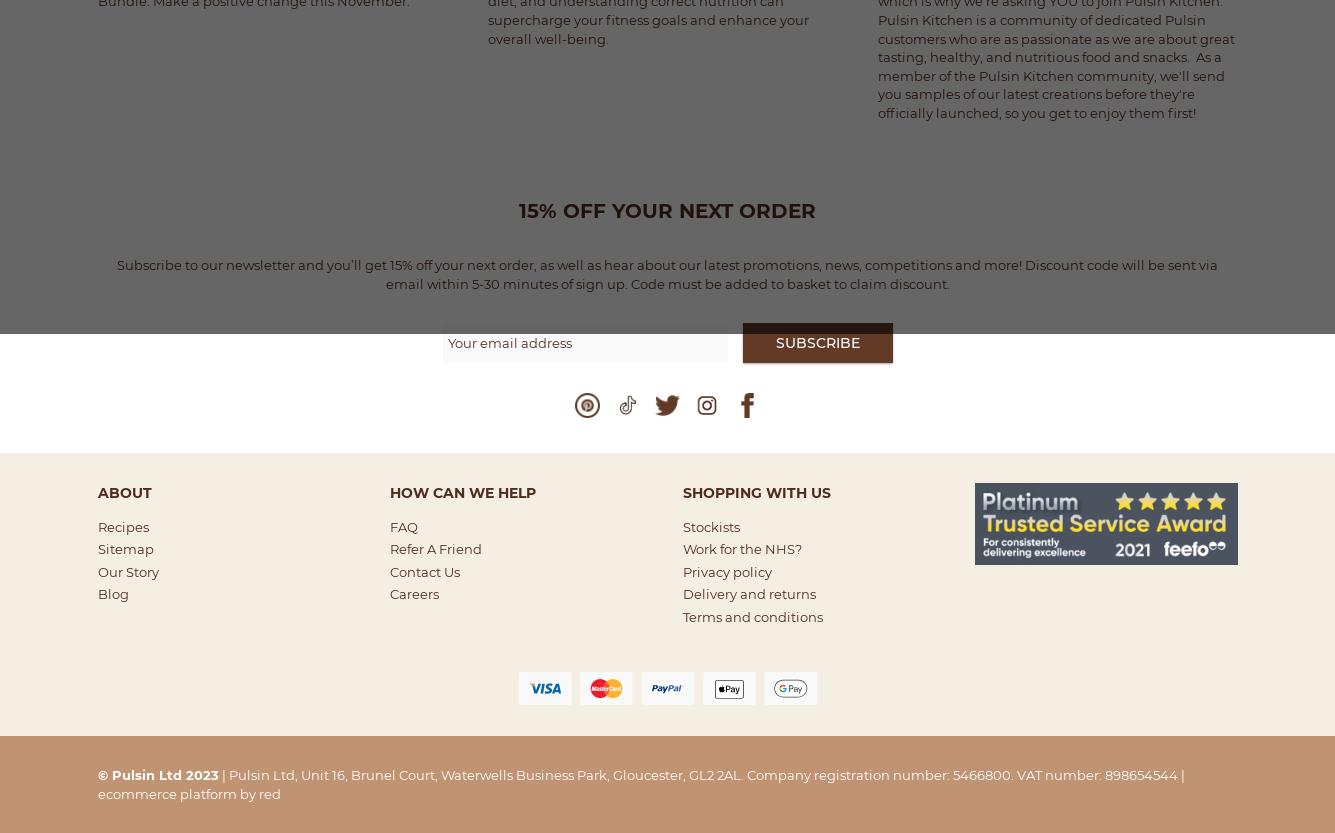 The width and height of the screenshot is (1335, 833). I want to click on 'Contact Us', so click(424, 570).